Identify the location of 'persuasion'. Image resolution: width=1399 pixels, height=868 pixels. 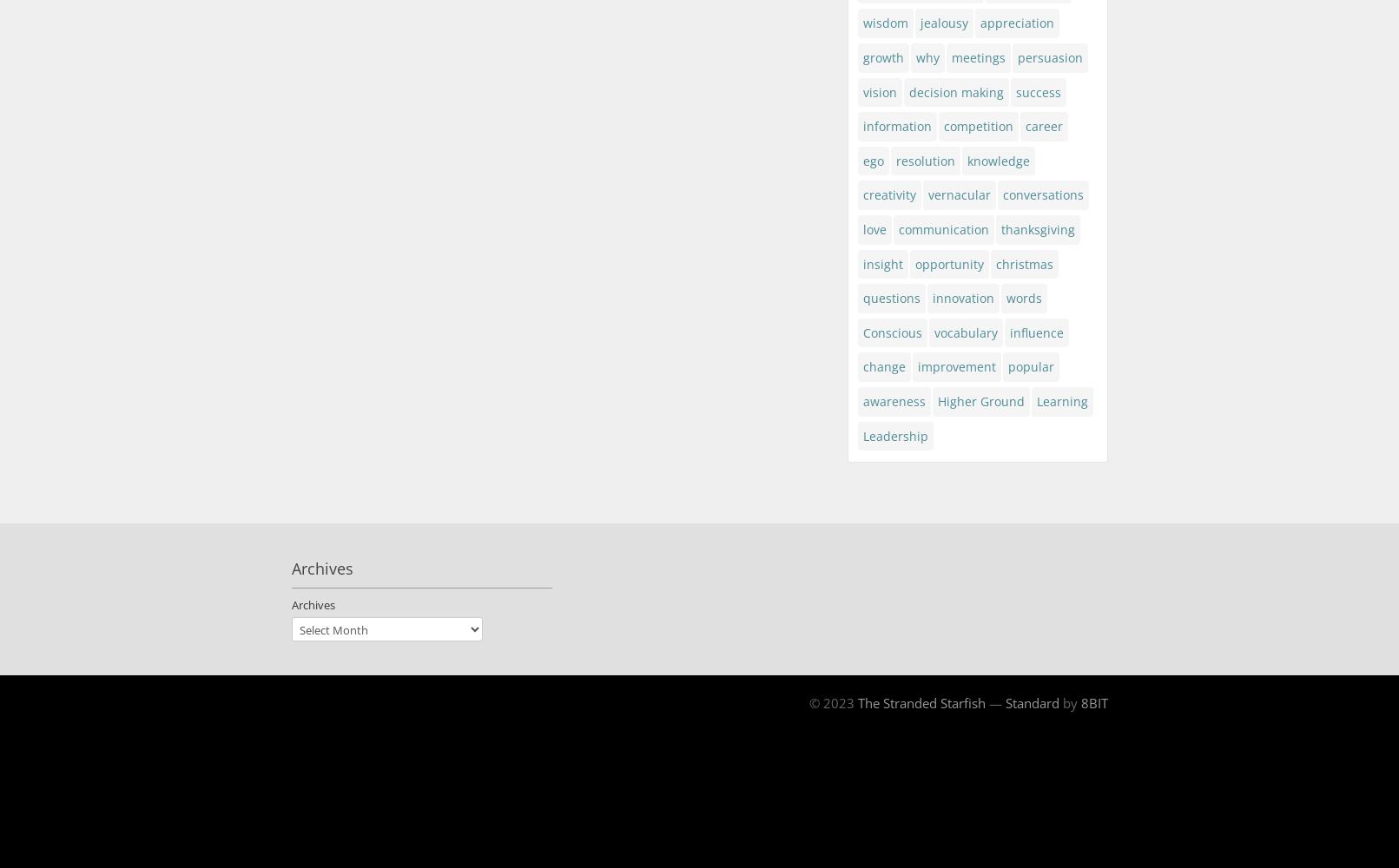
(1048, 56).